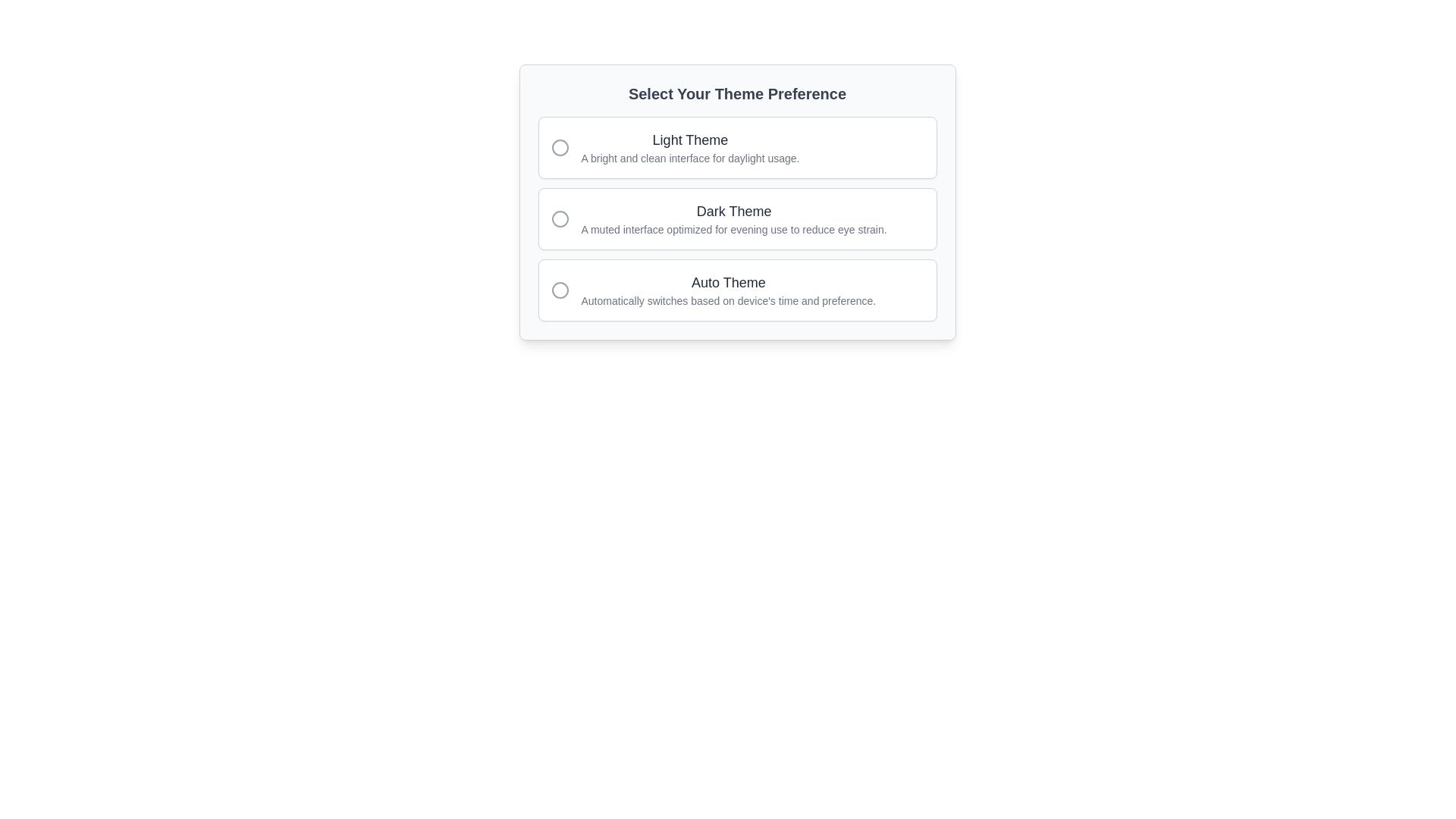  What do you see at coordinates (734, 211) in the screenshot?
I see `the 'Dark Theme' label in the middle section of the list-like layout, which precedes the descriptive text and is aligned with a circular radio button` at bounding box center [734, 211].